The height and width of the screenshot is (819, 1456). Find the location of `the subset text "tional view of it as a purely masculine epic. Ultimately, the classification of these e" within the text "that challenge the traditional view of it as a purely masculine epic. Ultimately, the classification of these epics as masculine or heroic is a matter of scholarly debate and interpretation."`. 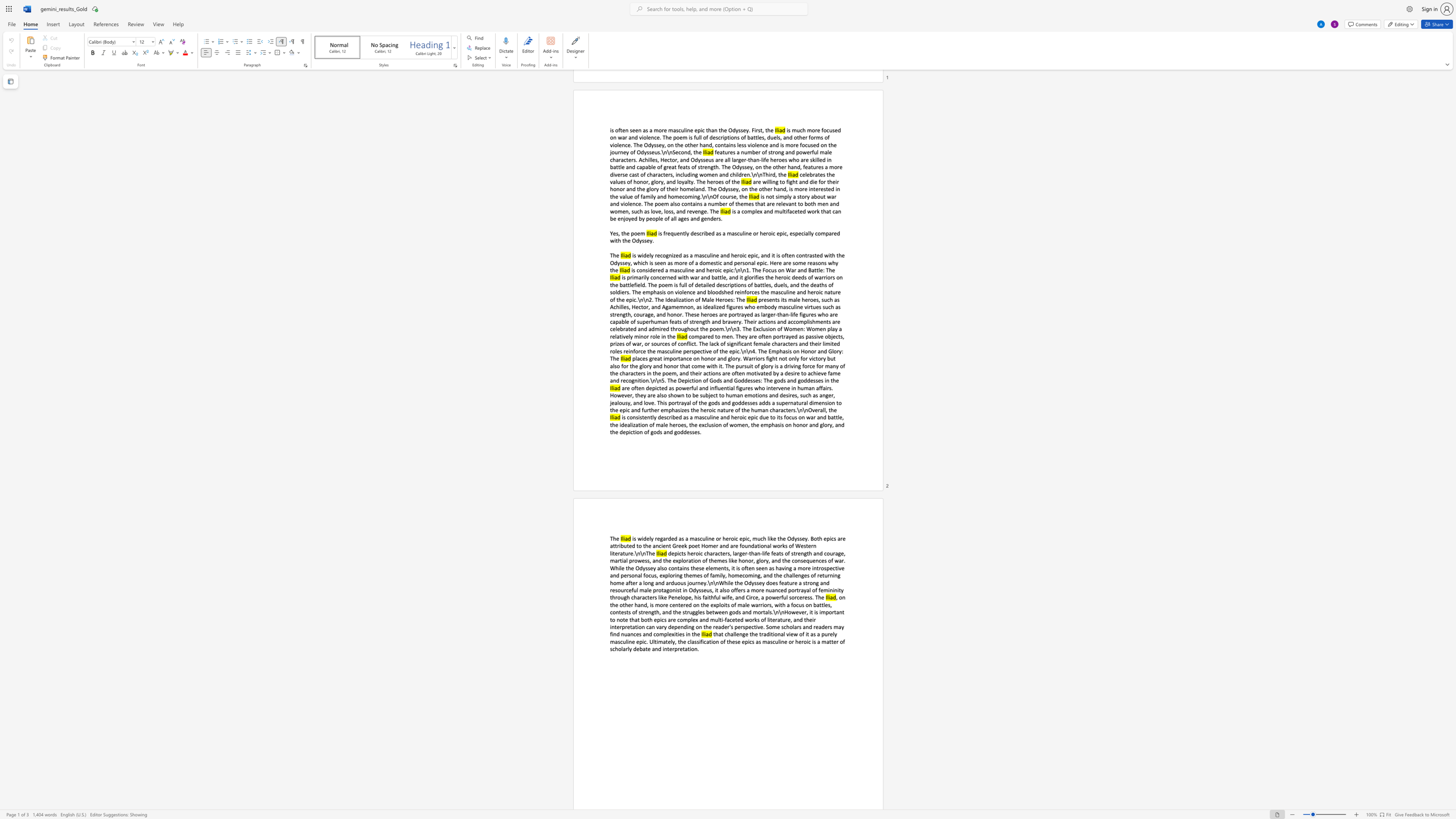

the subset text "tional view of it as a purely masculine epic. Ultimately, the classification of these e" within the text "that challenge the traditional view of it as a purely masculine epic. Ultimately, the classification of these epics as masculine or heroic is a matter of scholarly debate and interpretation." is located at coordinates (770, 634).